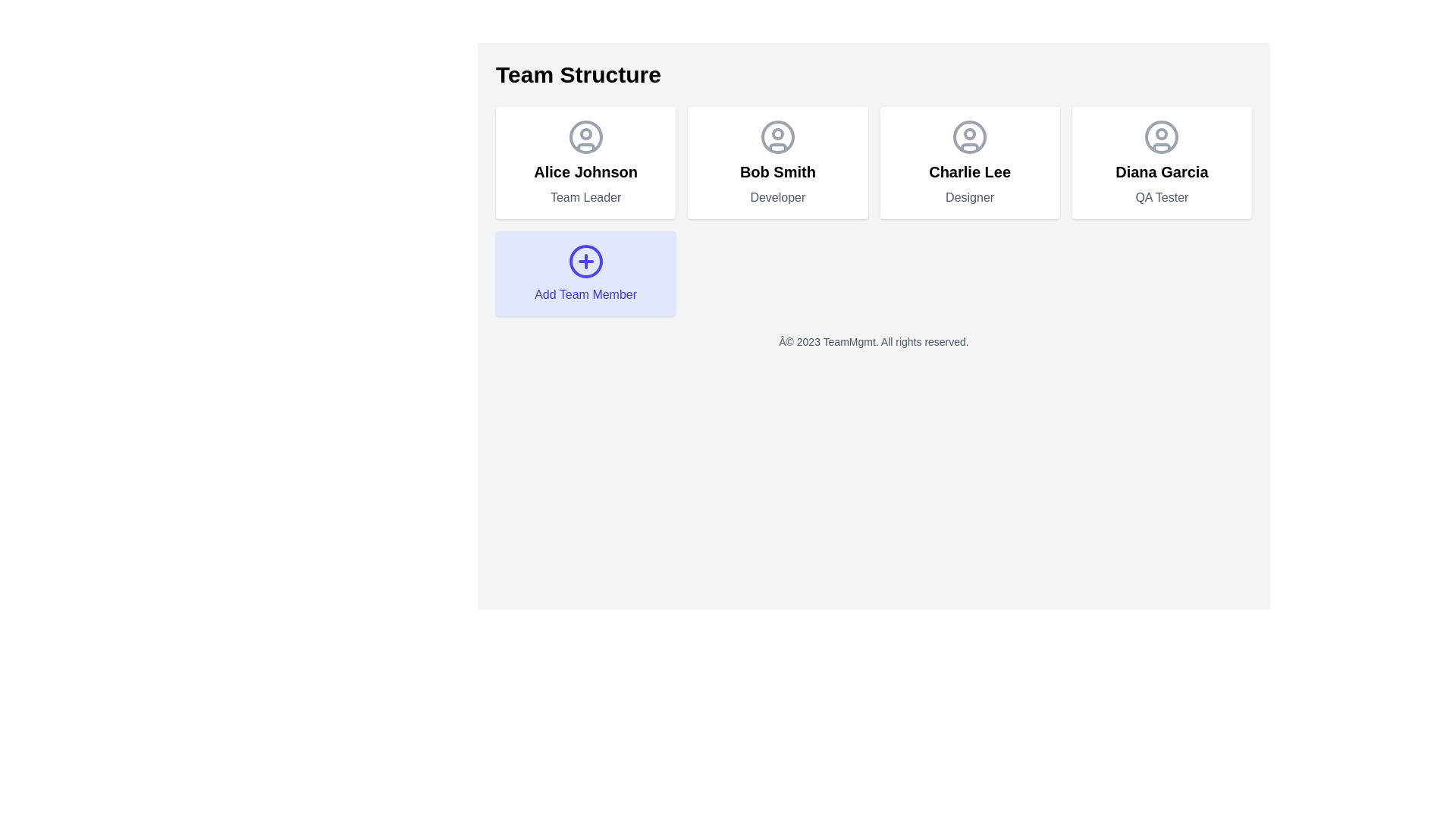 Image resolution: width=1456 pixels, height=819 pixels. Describe the element at coordinates (777, 197) in the screenshot. I see `the text label displaying 'Developer' in gray font, located at the bottom of the card for 'Bob Smith' in the 'Team Structure' interface` at that location.